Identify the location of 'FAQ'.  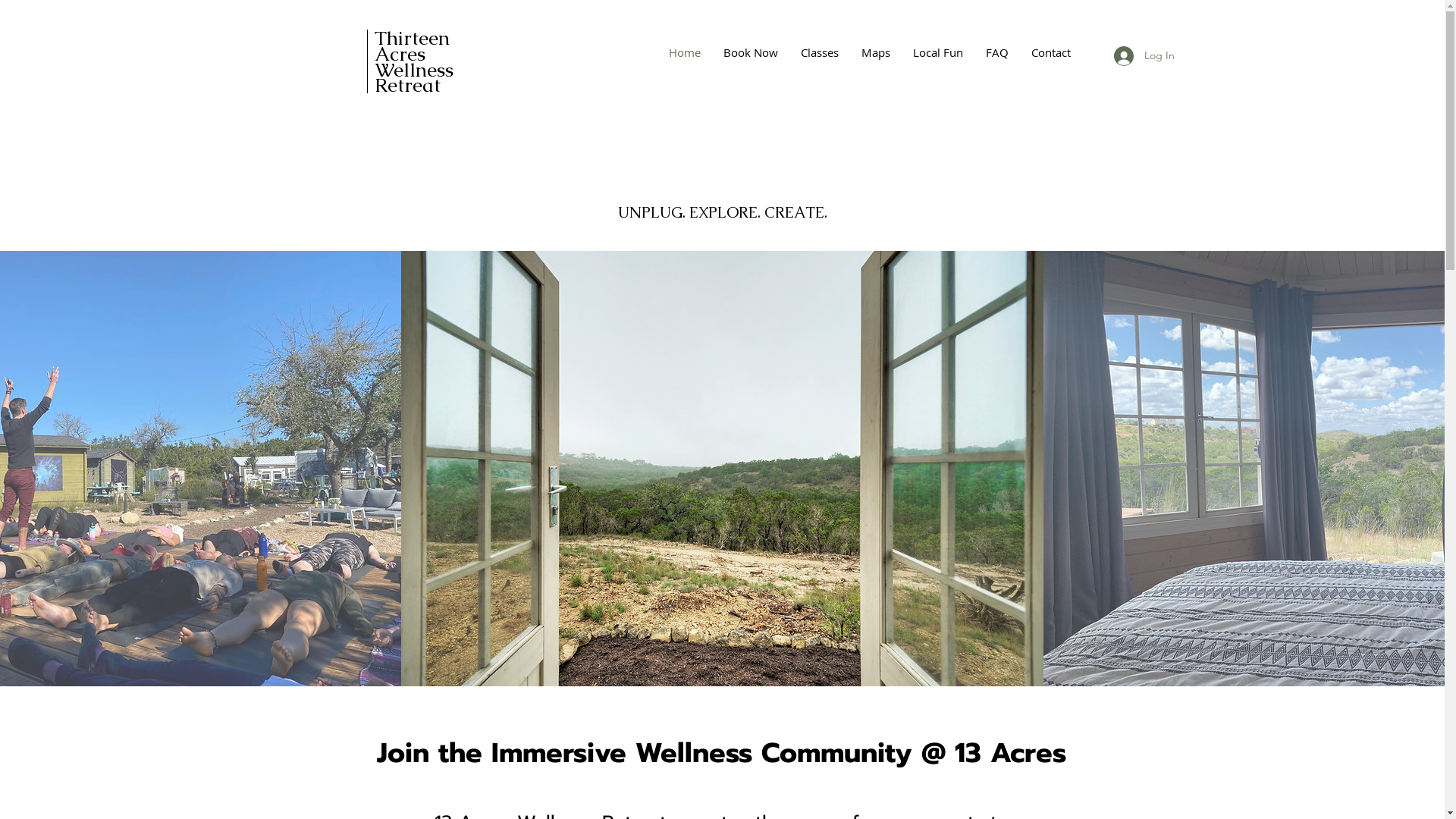
(996, 52).